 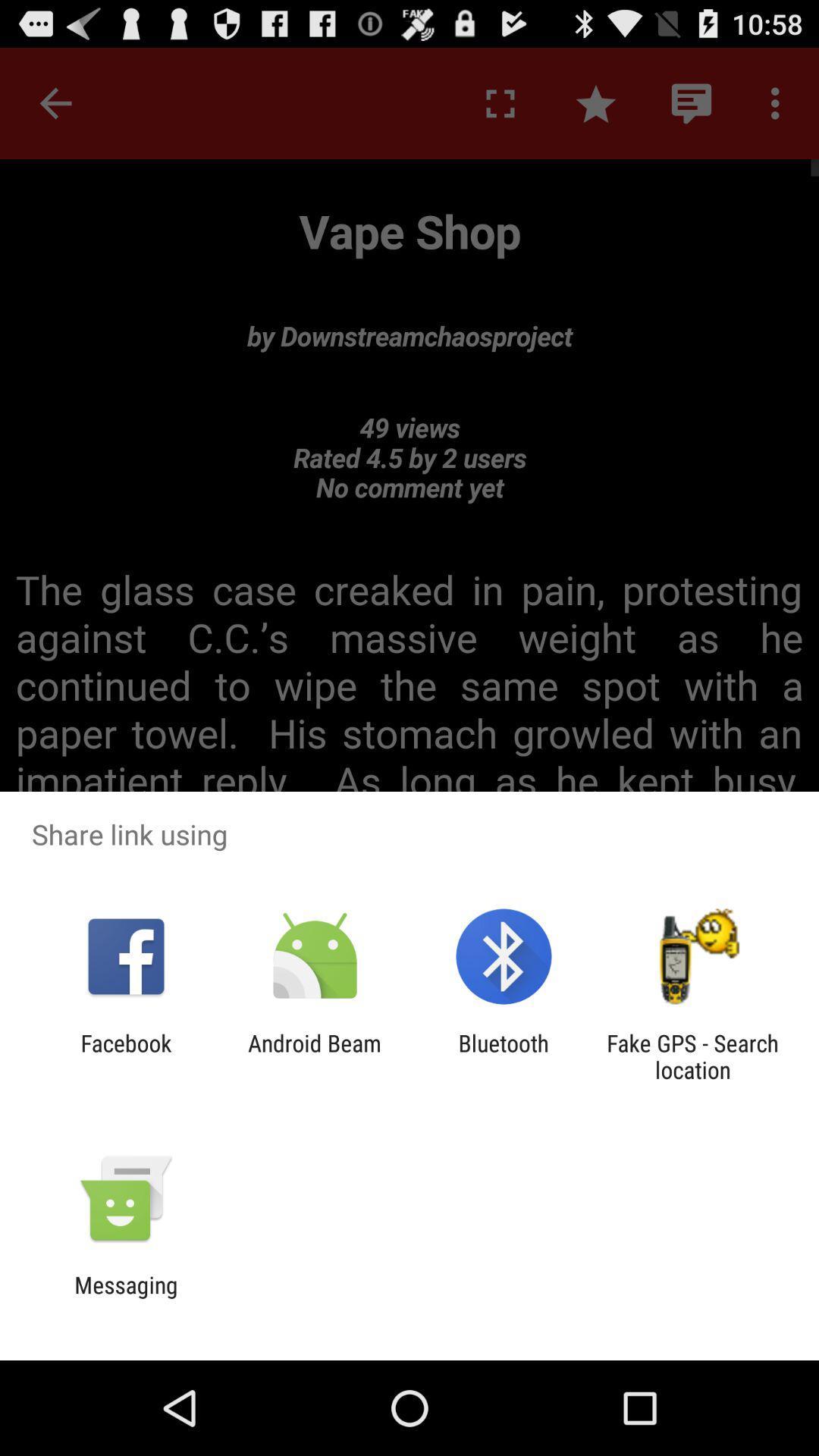 What do you see at coordinates (314, 1056) in the screenshot?
I see `the app to the left of the bluetooth` at bounding box center [314, 1056].